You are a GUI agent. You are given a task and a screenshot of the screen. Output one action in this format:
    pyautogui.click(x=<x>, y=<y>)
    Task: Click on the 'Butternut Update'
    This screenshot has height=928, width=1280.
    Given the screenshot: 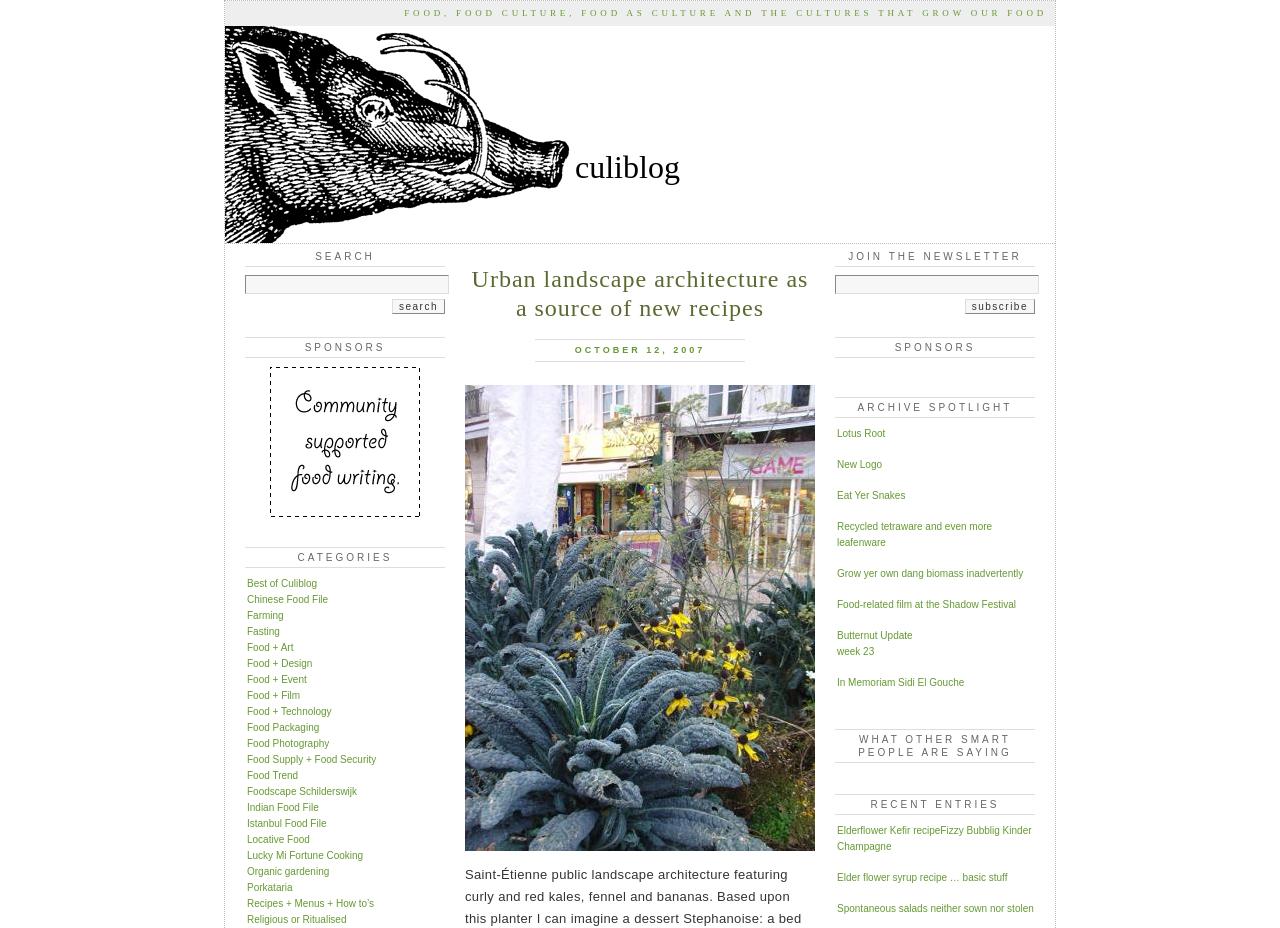 What is the action you would take?
    pyautogui.click(x=874, y=634)
    